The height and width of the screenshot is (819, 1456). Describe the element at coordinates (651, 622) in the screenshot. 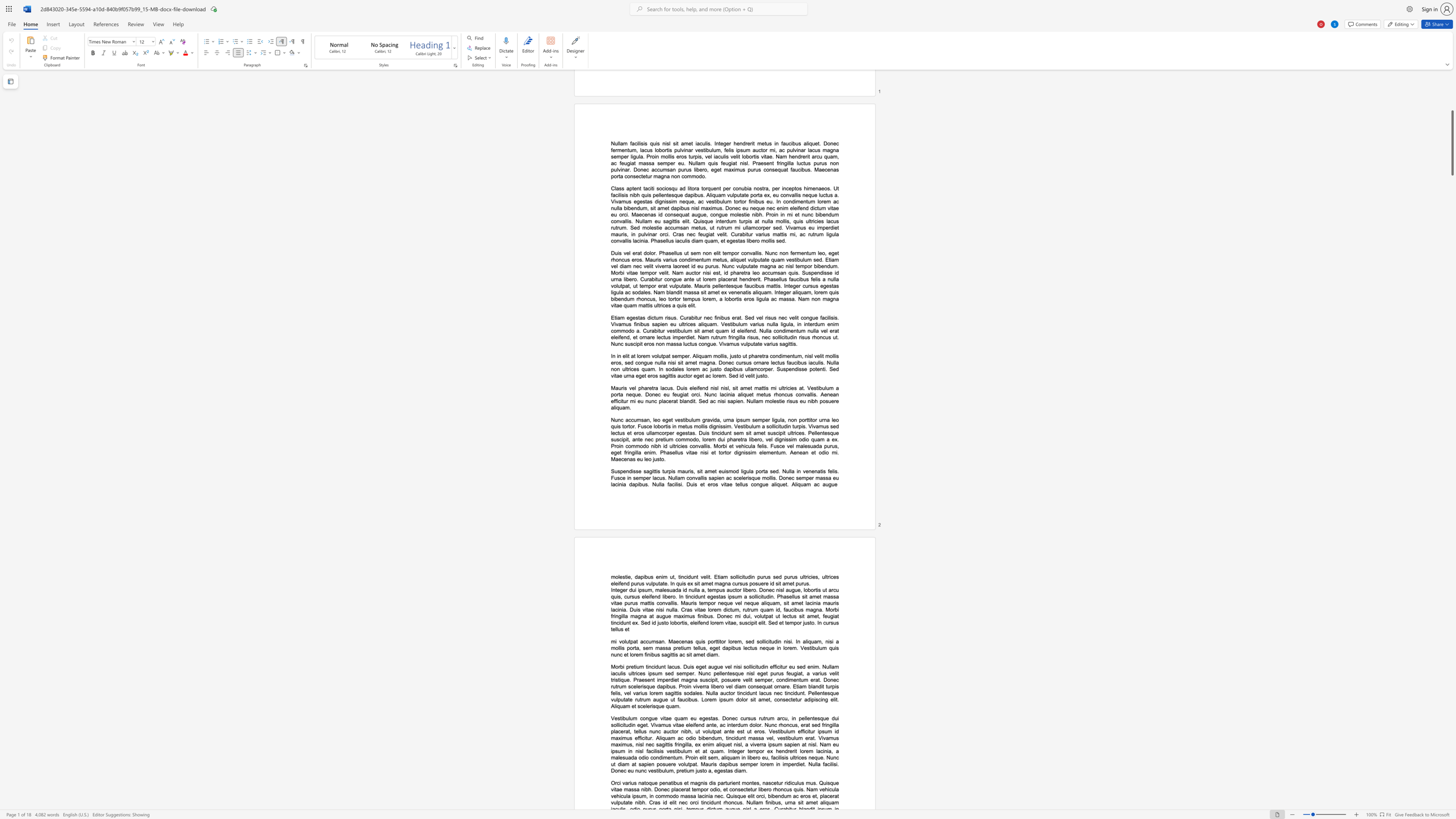

I see `the subset text "id justo lobortis, eleifend lorem vit" within the text "lacinia. Duis vitae nisi nulla. Cras vitae lorem dictum, rutrum quam id, faucibus magna. Morbi fringilla magna at augue maximus finibus. Donec mi dui, volutpat ut lectus sit amet, feugiat tincidunt ex. Sed id justo lobortis, eleifend lorem vitae, suscipit elit. Sed et tempor justo. In cursus tellus et"` at that location.